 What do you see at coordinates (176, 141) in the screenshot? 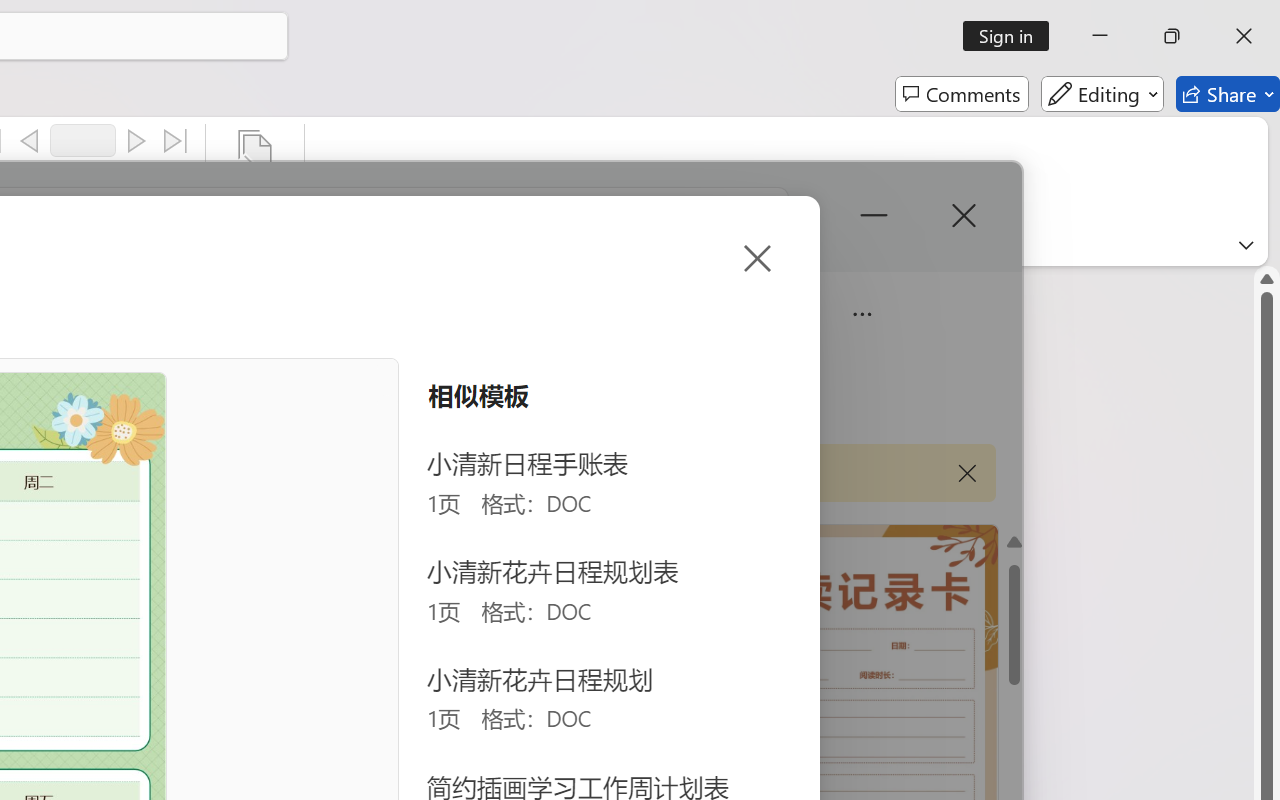
I see `'Last'` at bounding box center [176, 141].